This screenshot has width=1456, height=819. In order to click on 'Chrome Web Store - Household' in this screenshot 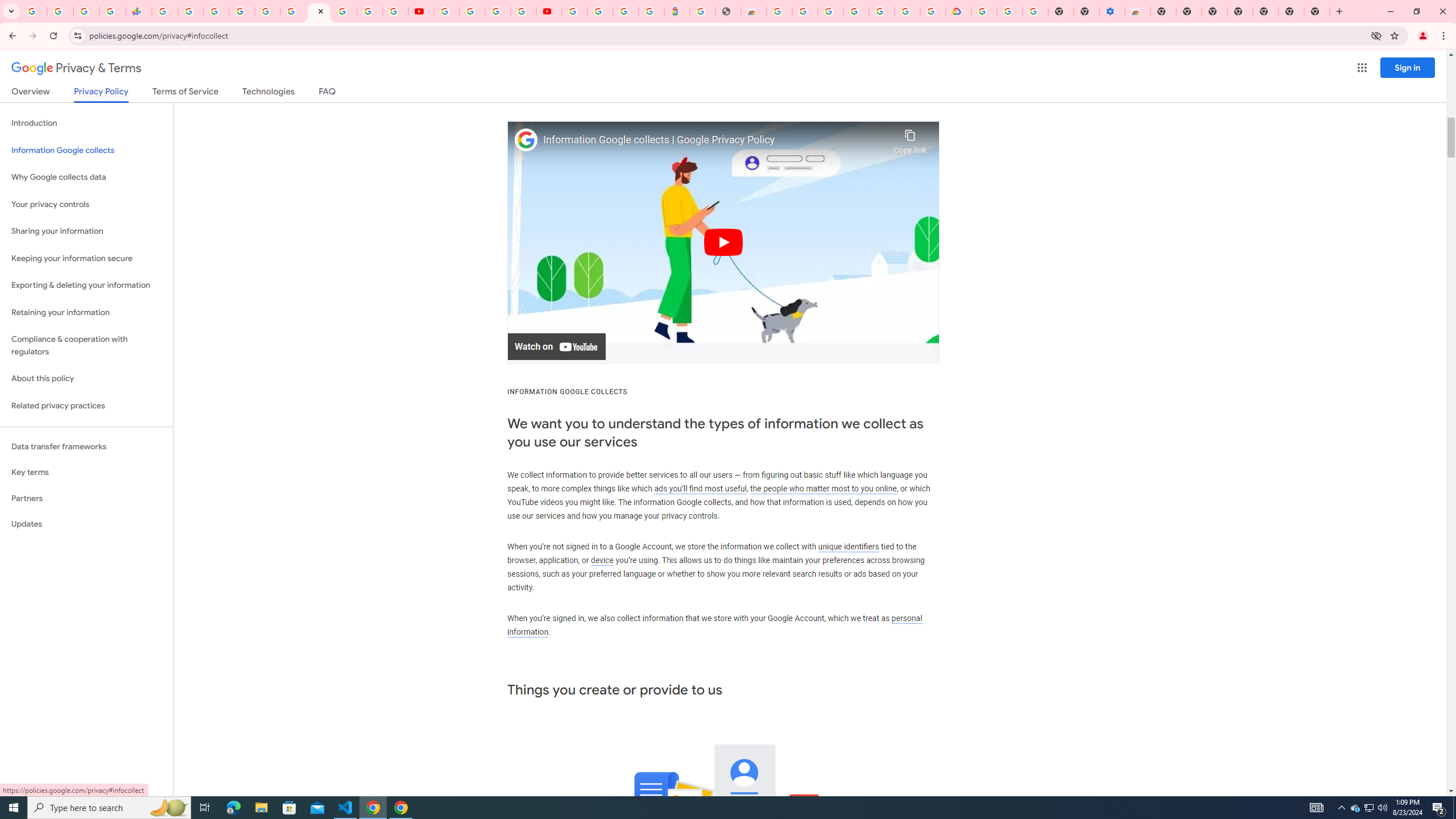, I will do `click(753, 11)`.